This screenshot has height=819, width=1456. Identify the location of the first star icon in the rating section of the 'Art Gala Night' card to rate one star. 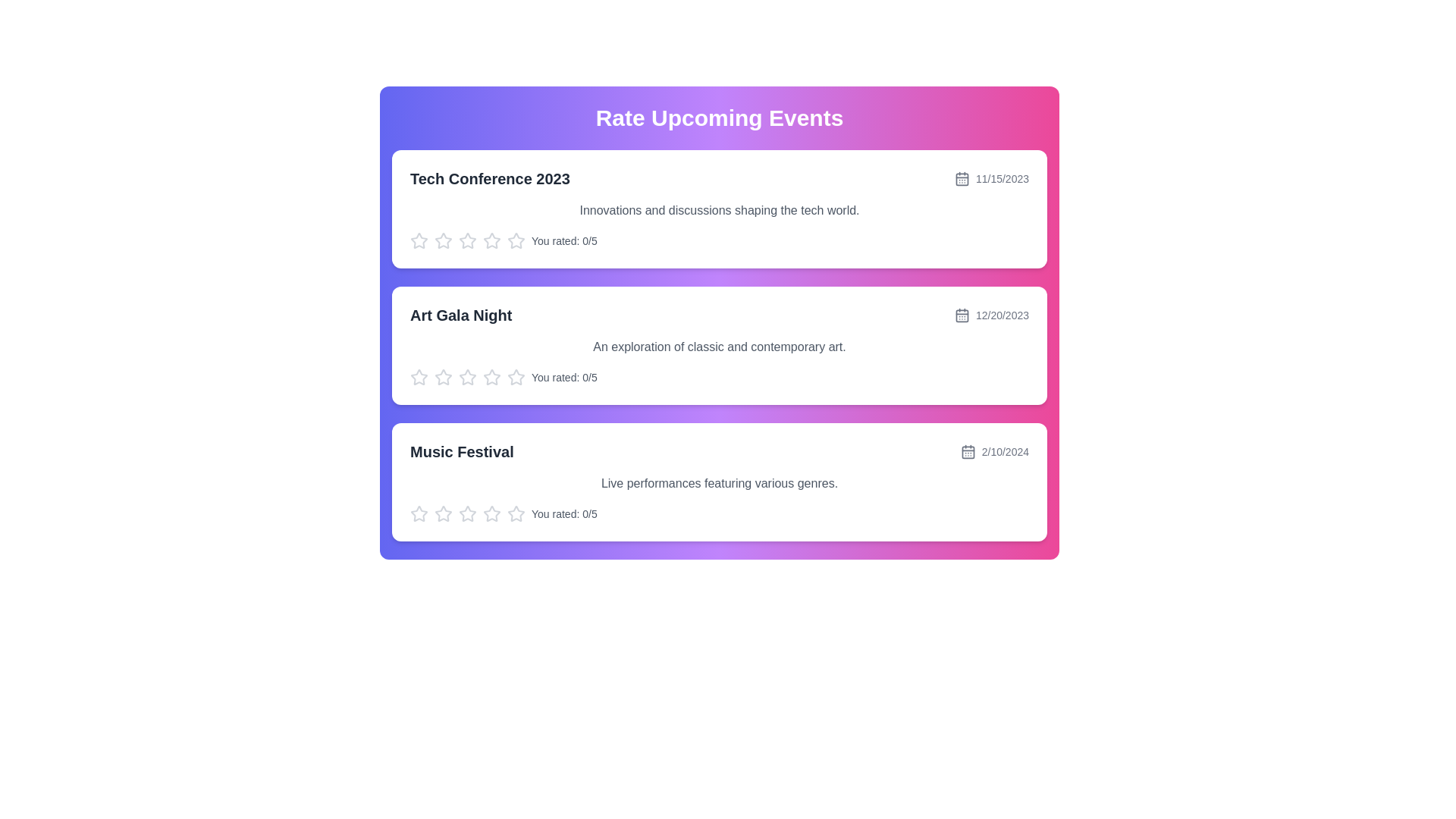
(467, 376).